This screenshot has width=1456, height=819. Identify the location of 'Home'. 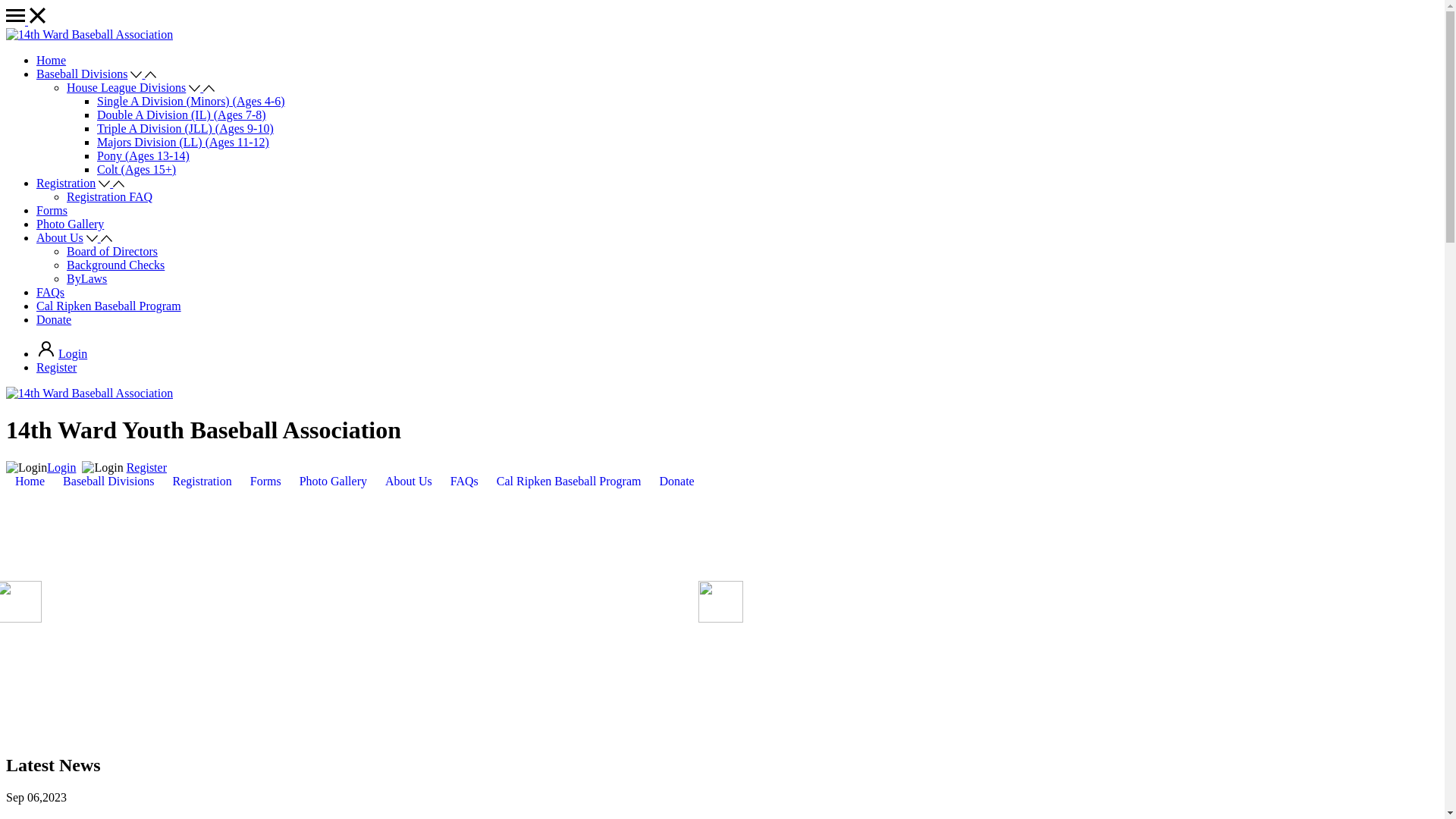
(51, 59).